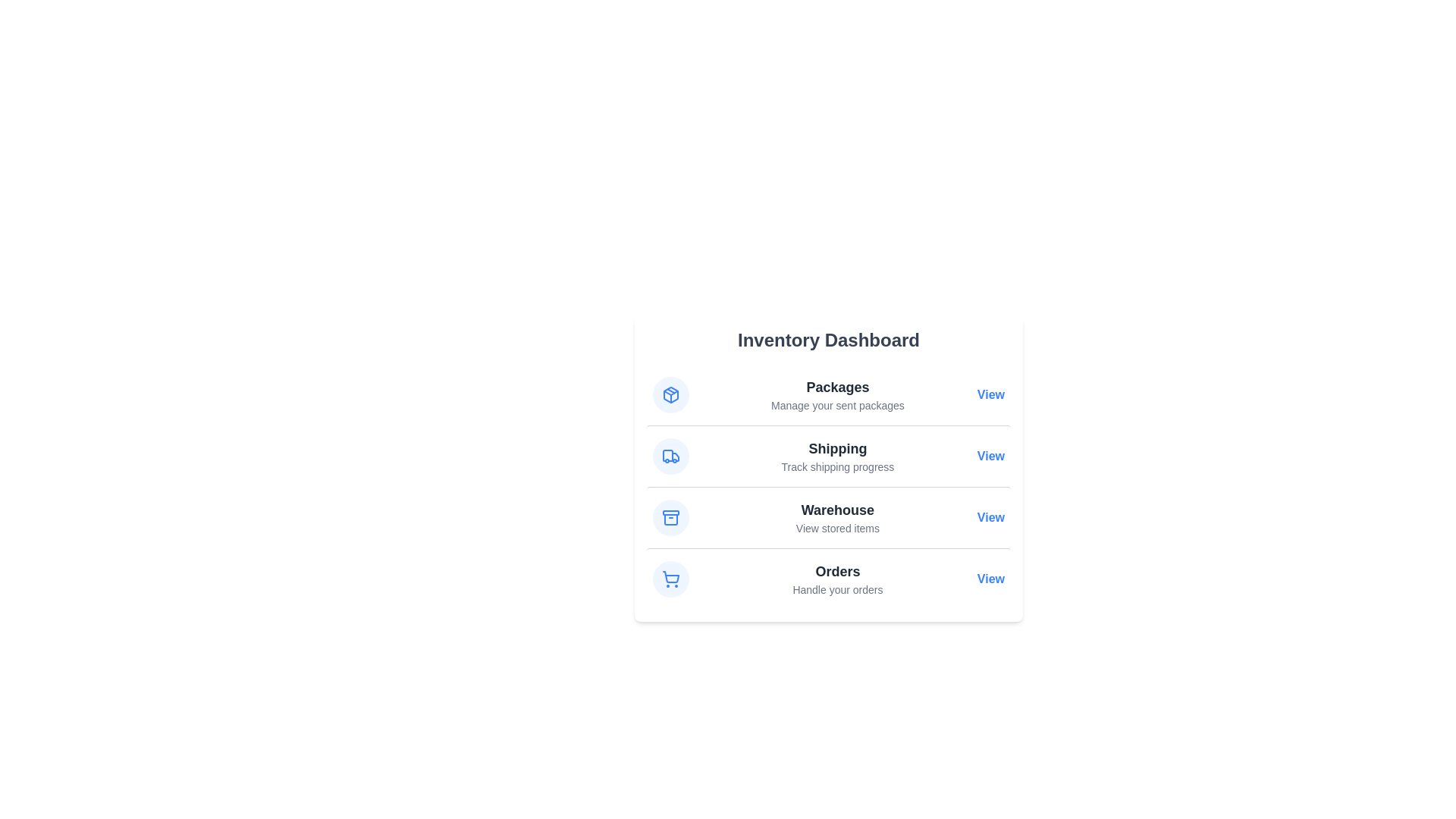  Describe the element at coordinates (828, 516) in the screenshot. I see `the list item corresponding to Warehouse` at that location.